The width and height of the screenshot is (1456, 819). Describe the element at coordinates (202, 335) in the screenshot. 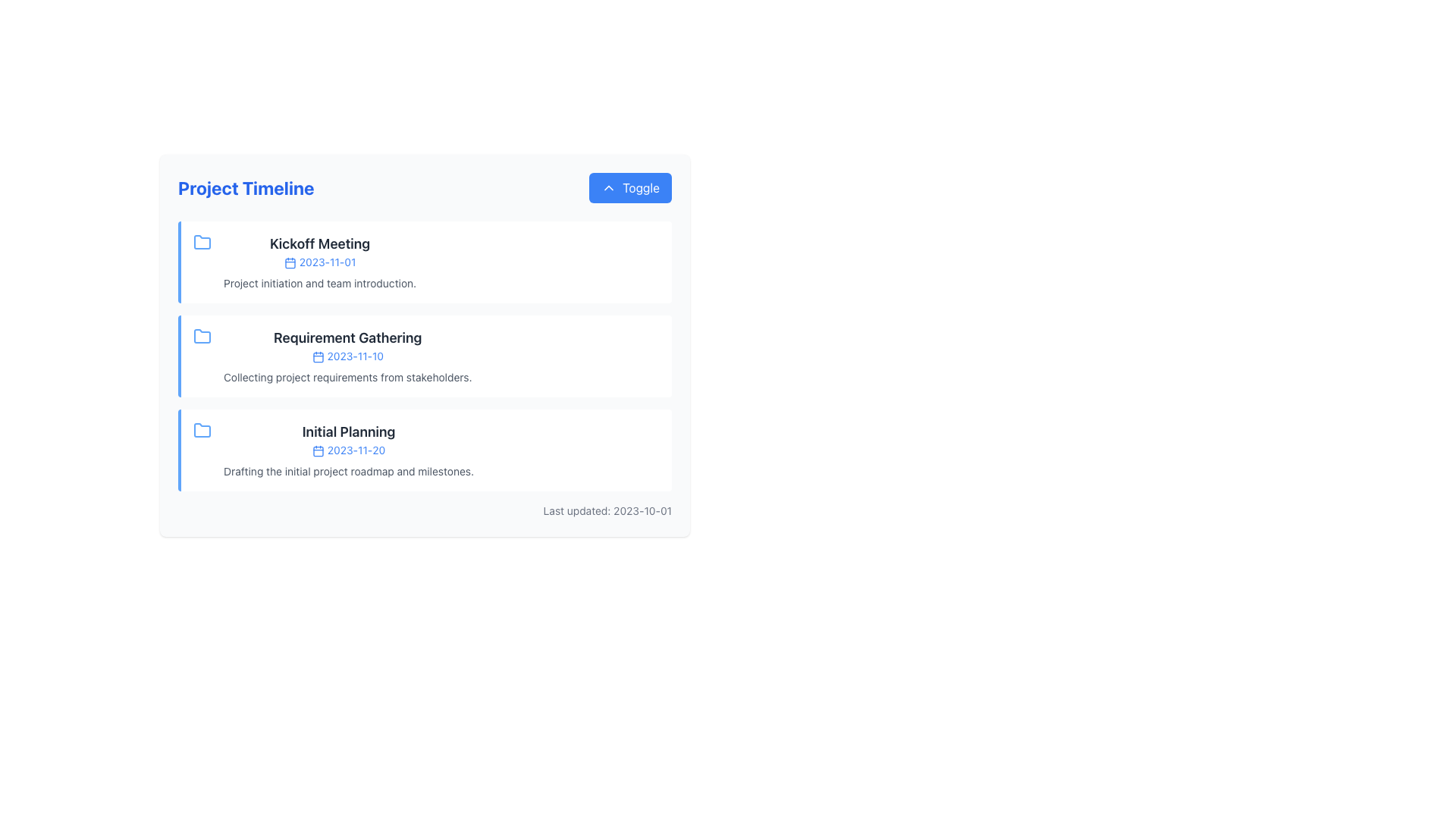

I see `the folder icon located in the top-left corner of the 'Requirement Gathering' item in the Project Timeline, positioned to the left of the text 'Requirement Gathering'` at that location.